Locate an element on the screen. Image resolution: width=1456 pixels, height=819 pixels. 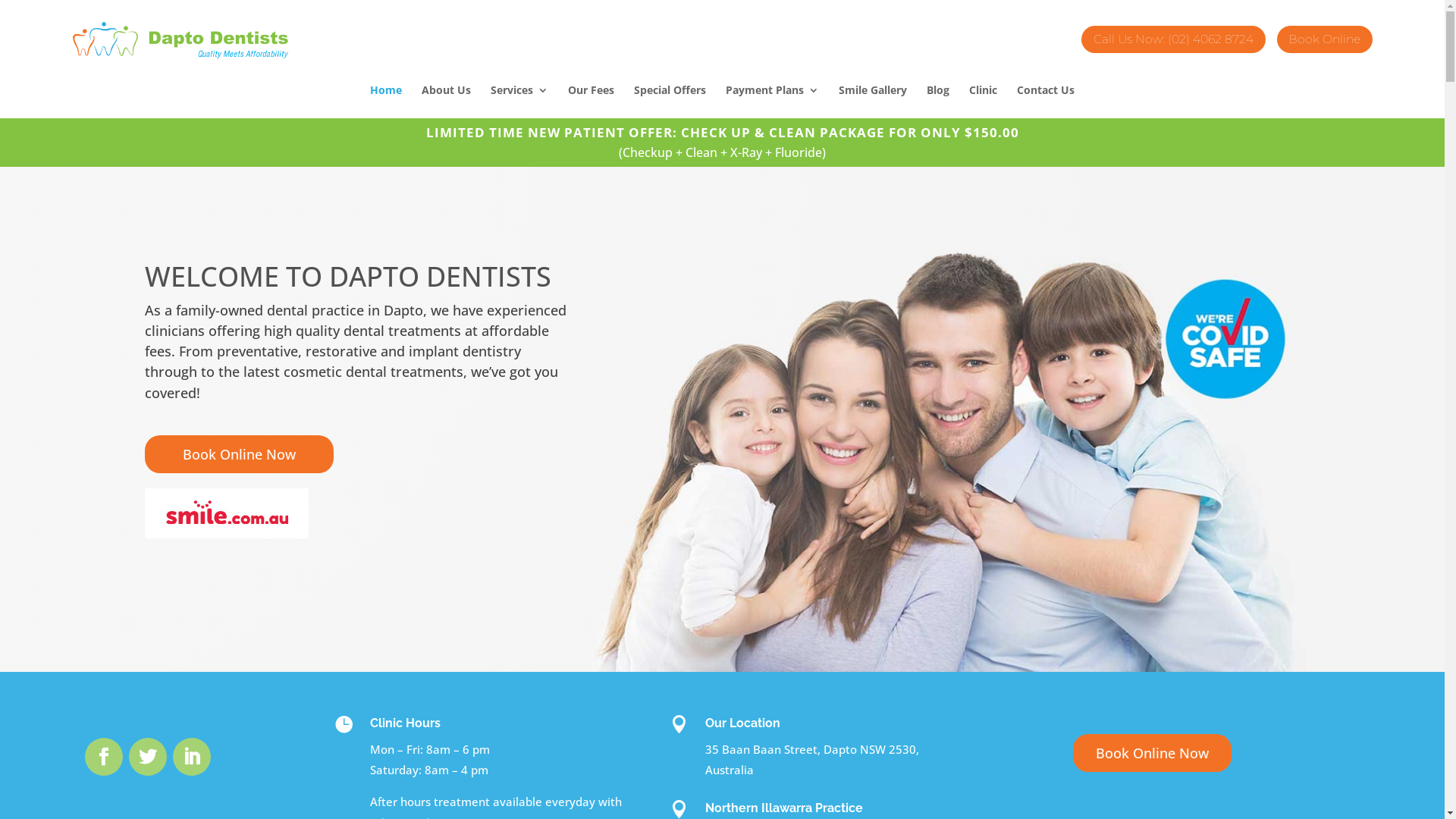
'35 Baan Baan Street, Dapto NSW 2530, Australia' is located at coordinates (811, 759).